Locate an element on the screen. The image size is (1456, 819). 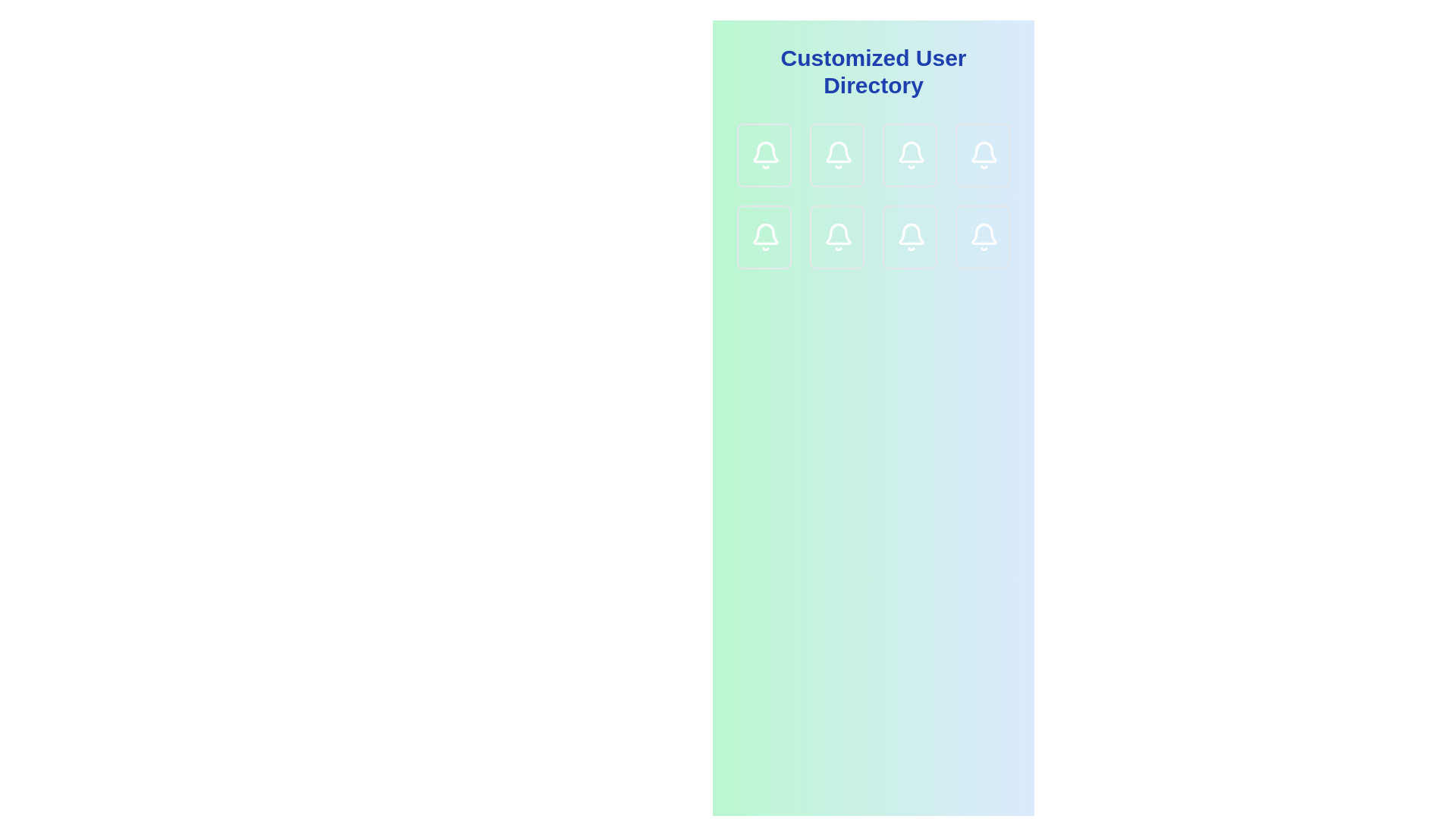
the second bell icon in the top row of a 3x3 grid, which is styled with a clean and minimalistic design is located at coordinates (910, 155).